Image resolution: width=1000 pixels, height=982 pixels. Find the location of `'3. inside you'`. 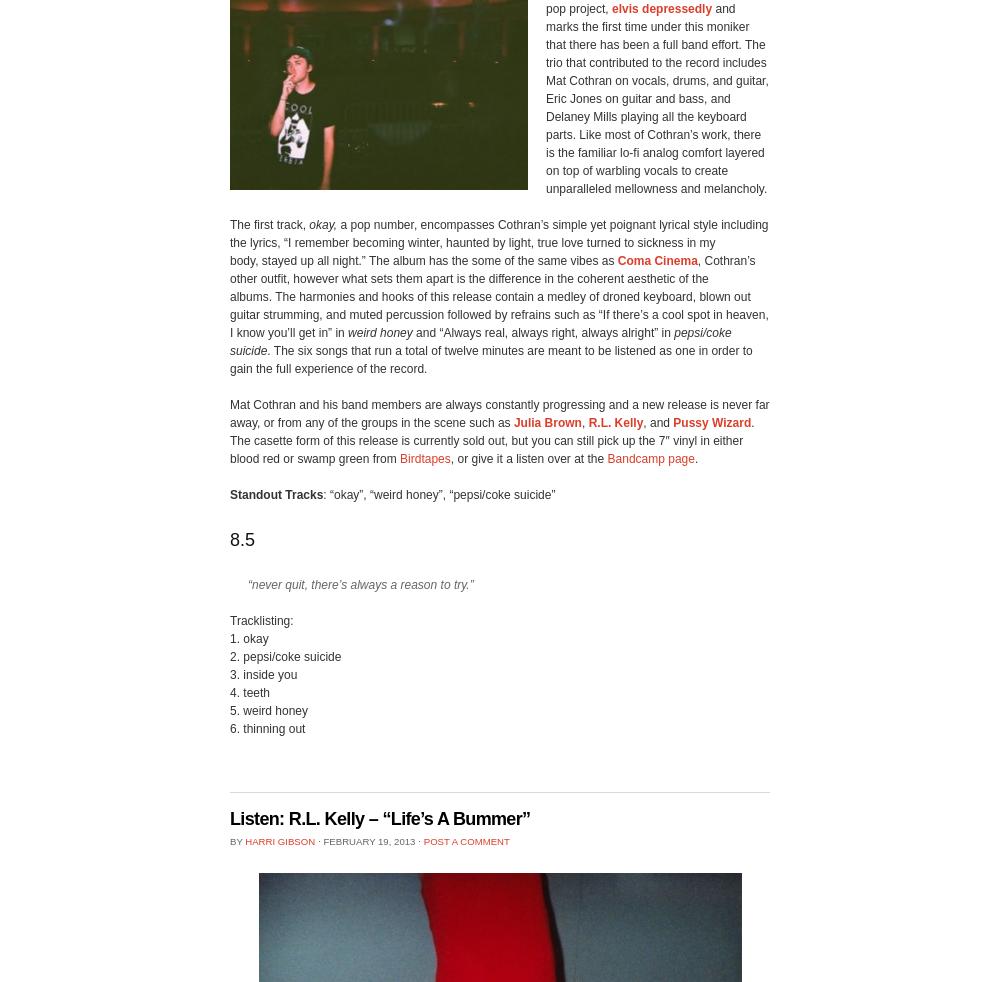

'3. inside you' is located at coordinates (263, 674).